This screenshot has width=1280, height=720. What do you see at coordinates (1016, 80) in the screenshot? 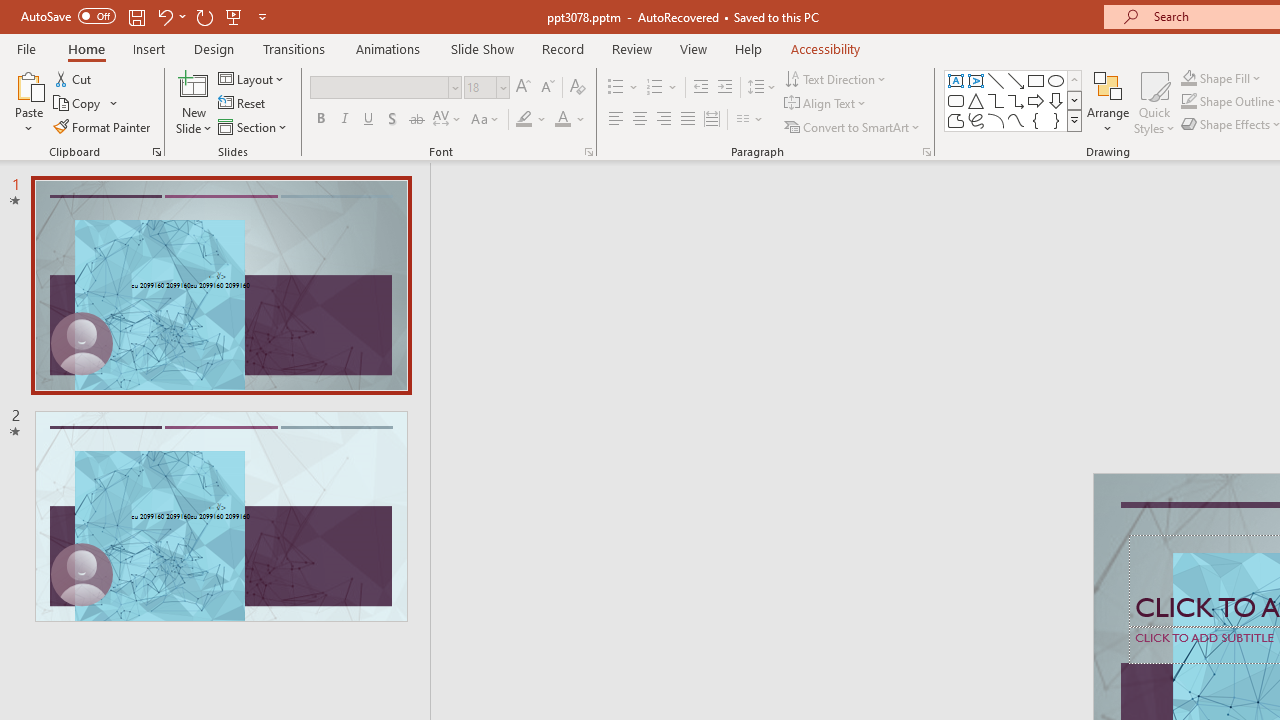
I see `'Line Arrow'` at bounding box center [1016, 80].